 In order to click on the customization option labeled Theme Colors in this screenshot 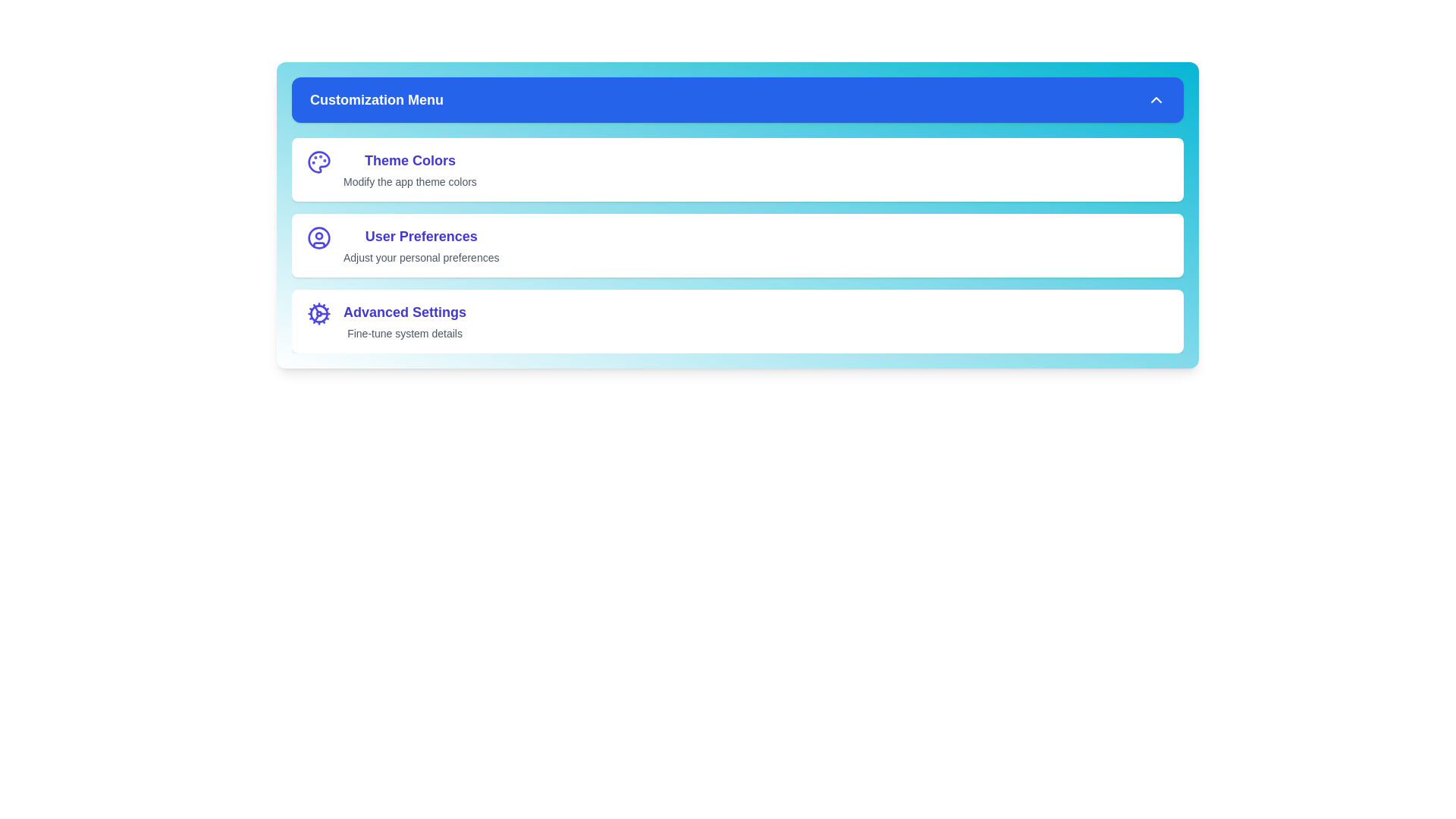, I will do `click(738, 169)`.